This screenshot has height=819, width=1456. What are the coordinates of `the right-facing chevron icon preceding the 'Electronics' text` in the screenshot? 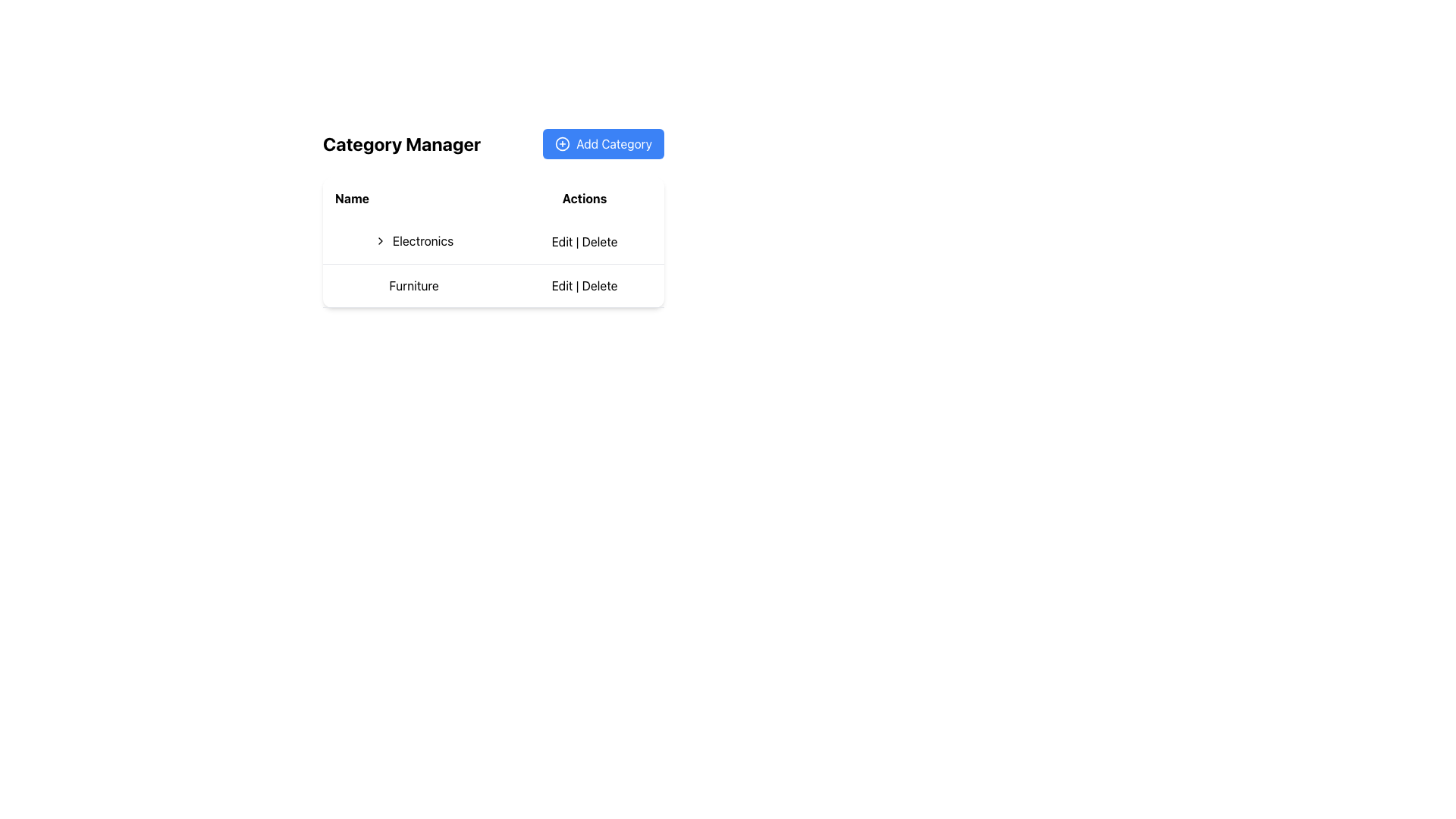 It's located at (380, 240).